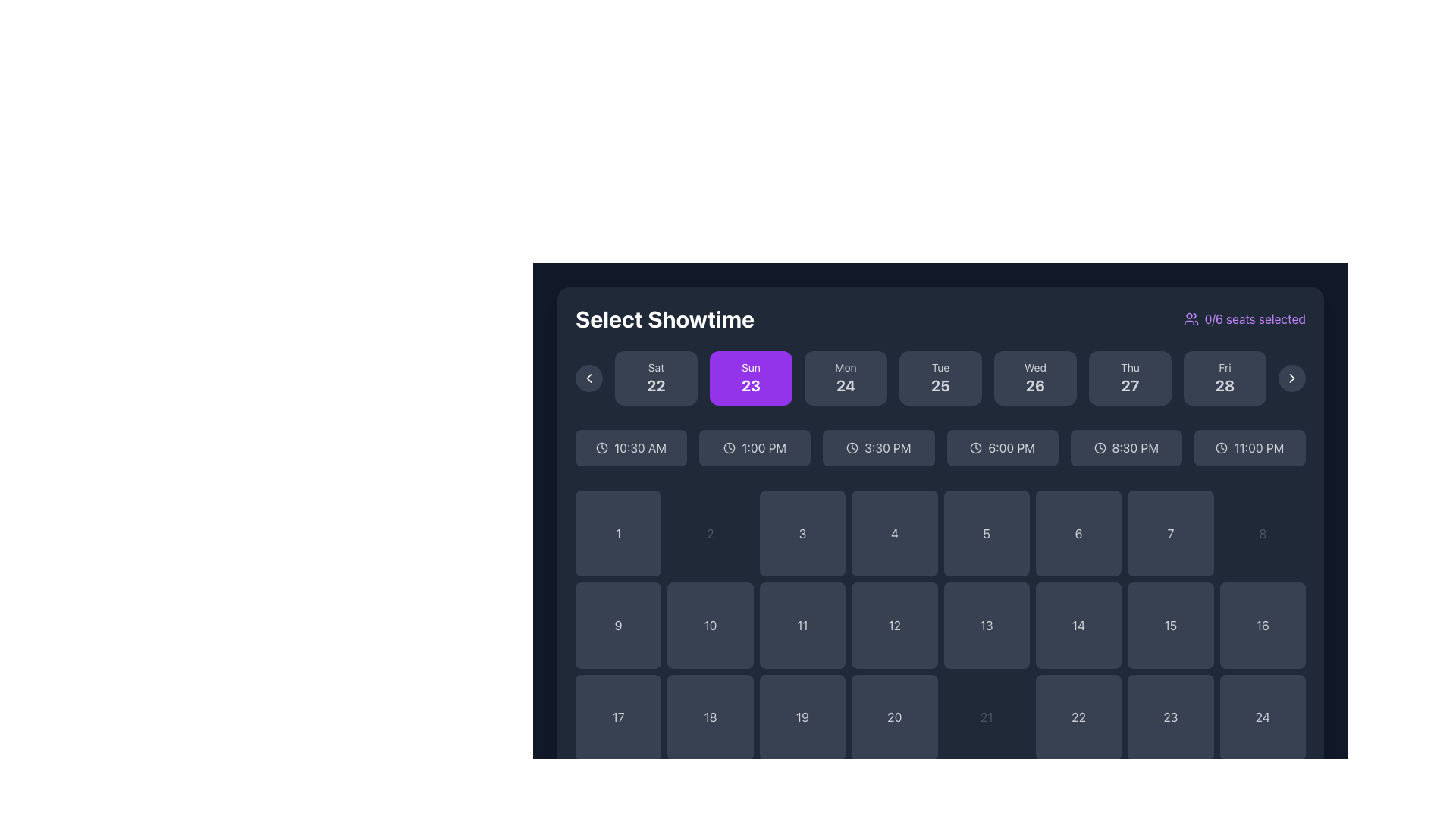 This screenshot has width=1456, height=819. What do you see at coordinates (1190, 318) in the screenshot?
I see `the user account or seat selection icon located in the top-right corner of the interface, which precedes the text '0/6 seats selected'` at bounding box center [1190, 318].